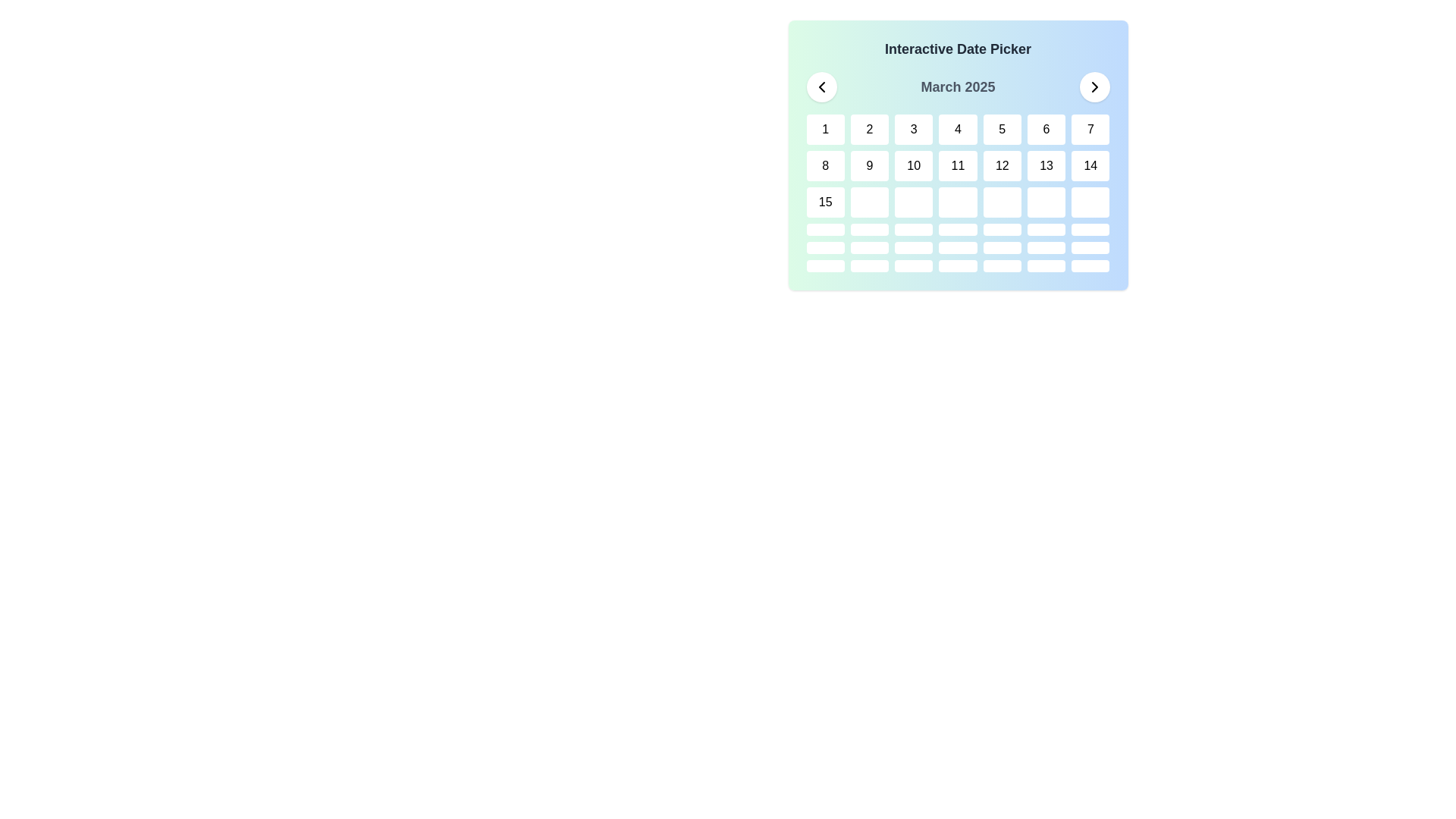 This screenshot has height=819, width=1456. I want to click on the rounded rectangular button with a white background containing the number '2', so click(870, 128).